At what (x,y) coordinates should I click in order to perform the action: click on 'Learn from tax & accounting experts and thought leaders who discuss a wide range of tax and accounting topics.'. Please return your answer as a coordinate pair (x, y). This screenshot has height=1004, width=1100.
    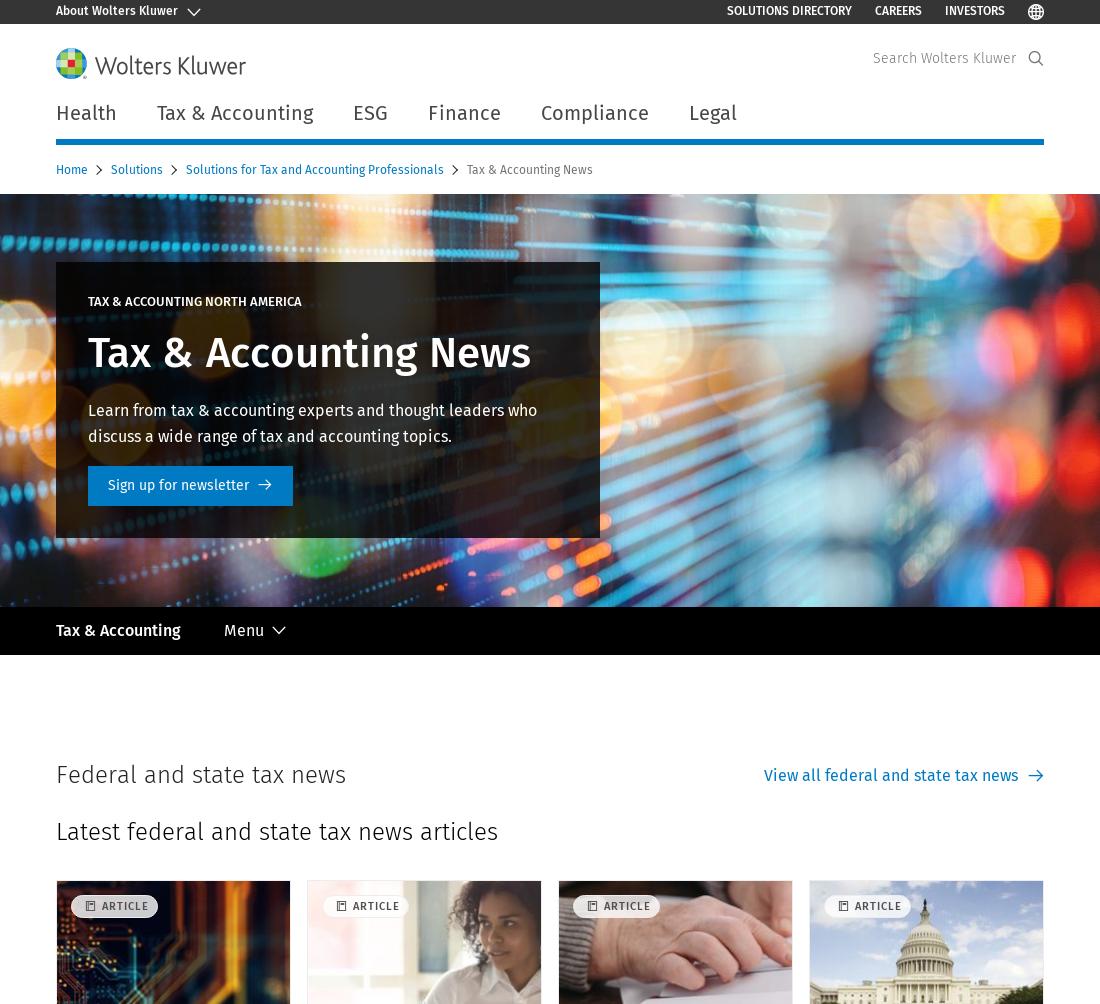
    Looking at the image, I should click on (311, 422).